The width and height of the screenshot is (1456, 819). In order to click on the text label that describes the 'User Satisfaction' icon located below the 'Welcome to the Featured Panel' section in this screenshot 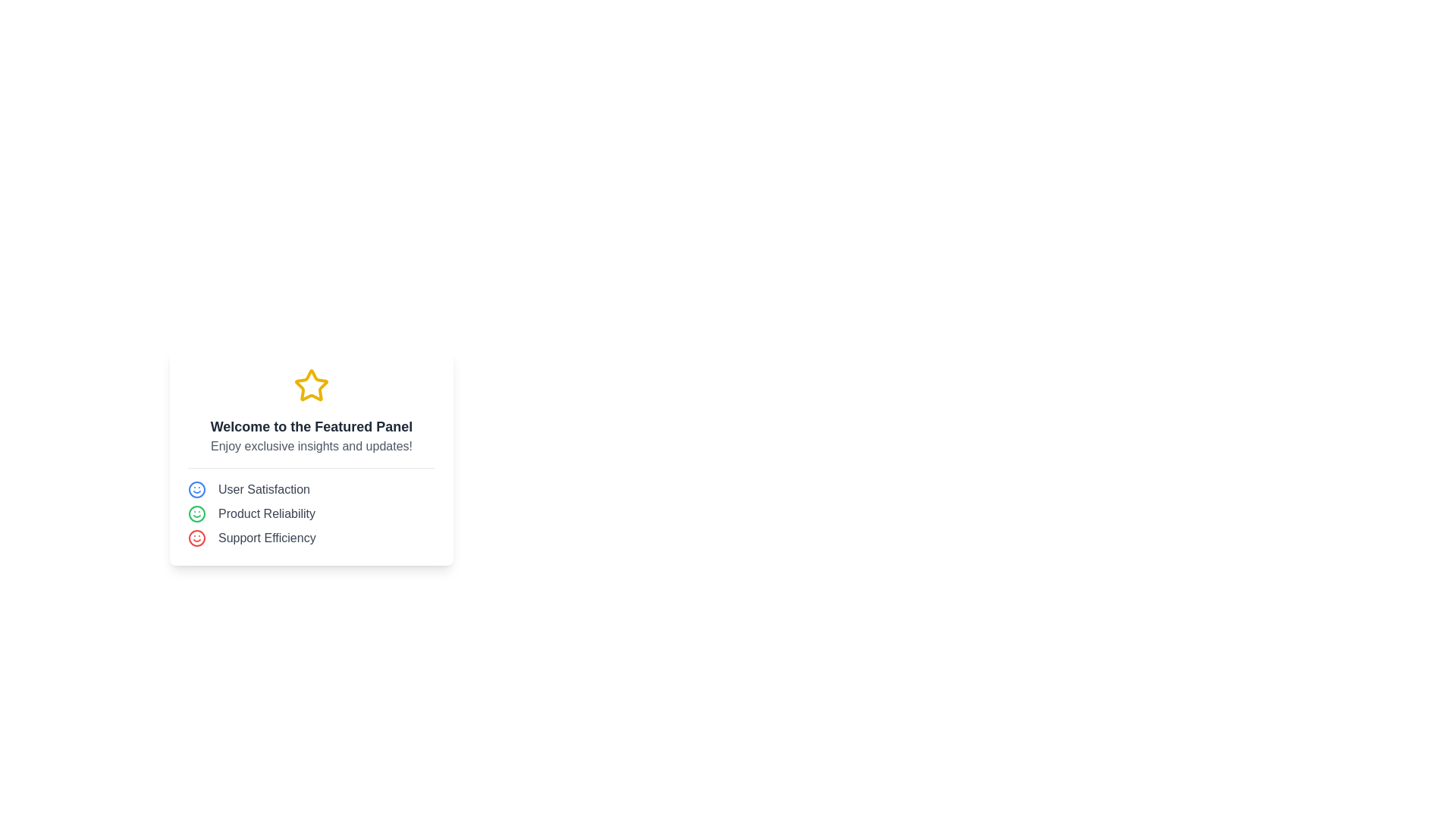, I will do `click(264, 489)`.